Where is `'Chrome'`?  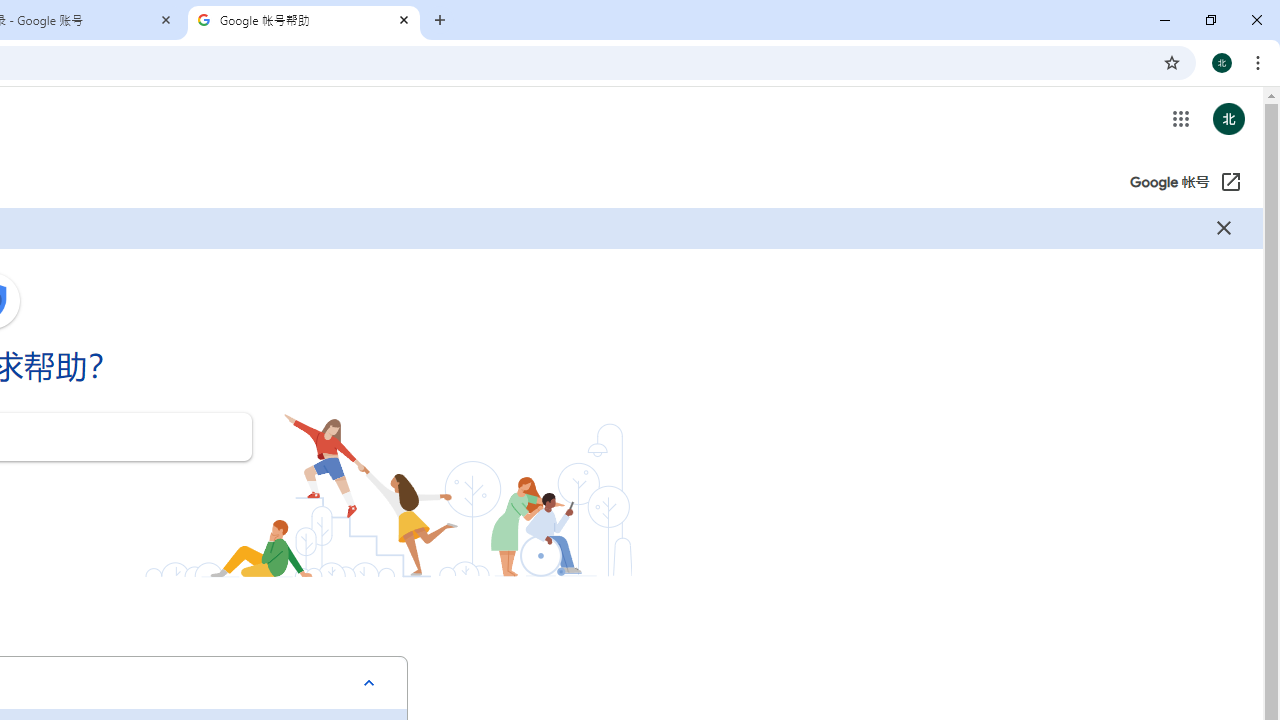 'Chrome' is located at coordinates (1259, 61).